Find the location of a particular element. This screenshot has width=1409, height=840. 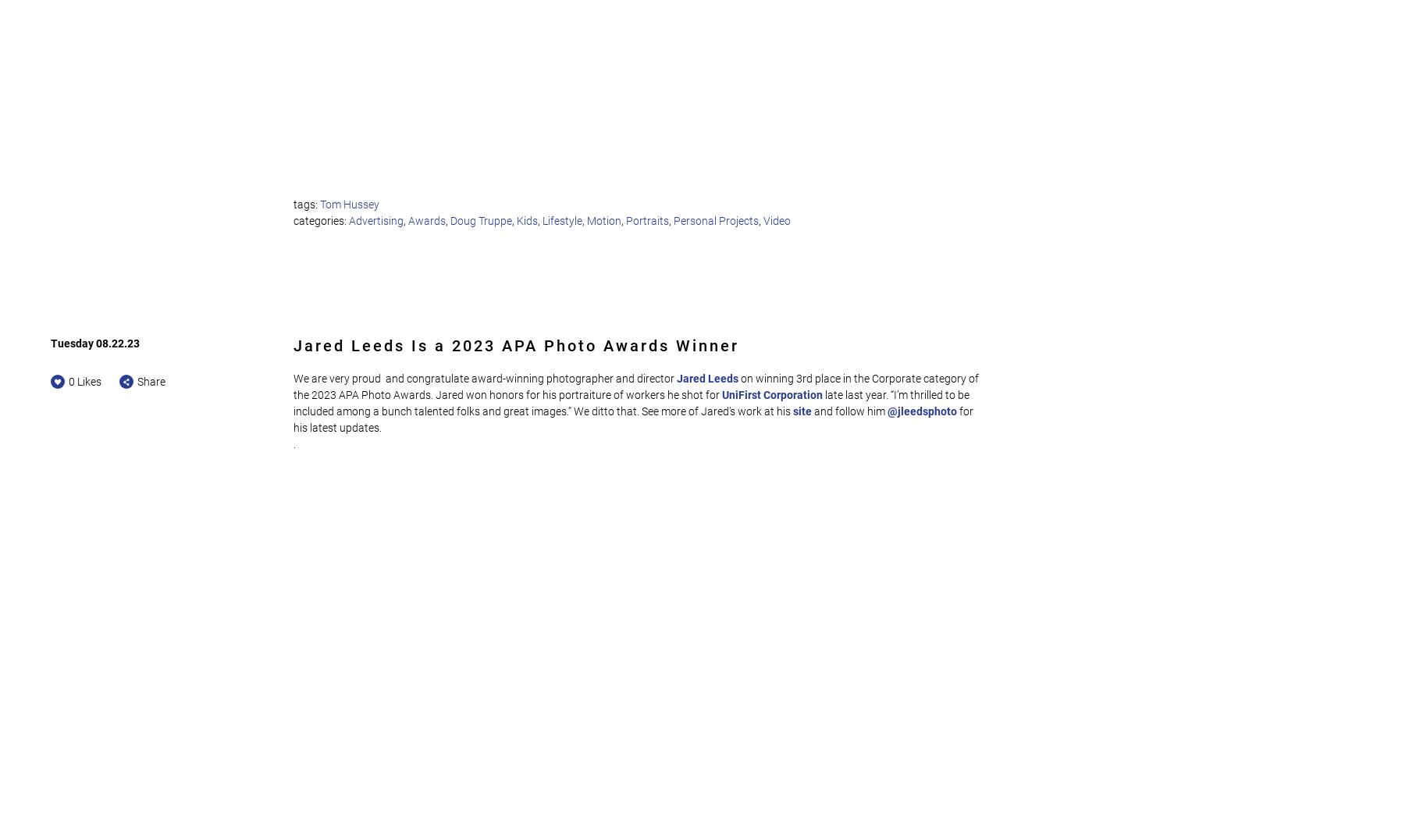

'.' is located at coordinates (294, 443).